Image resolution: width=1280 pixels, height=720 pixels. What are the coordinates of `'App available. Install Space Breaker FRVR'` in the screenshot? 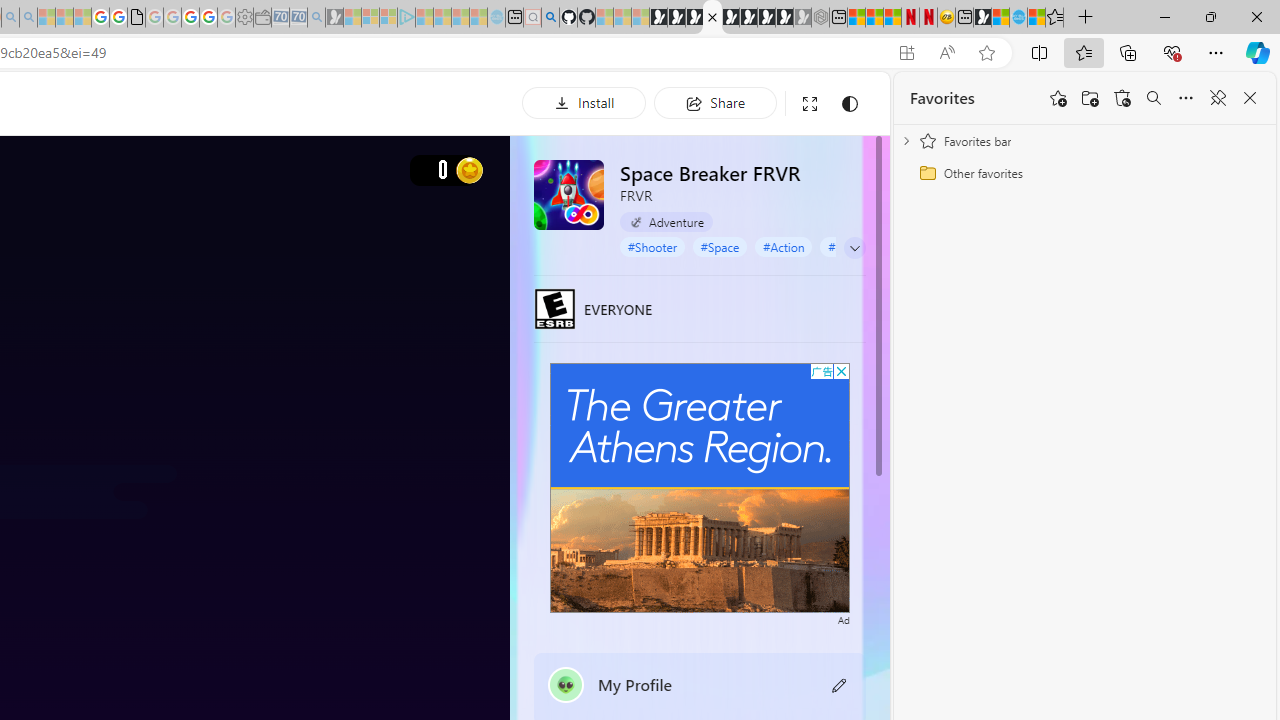 It's located at (905, 52).